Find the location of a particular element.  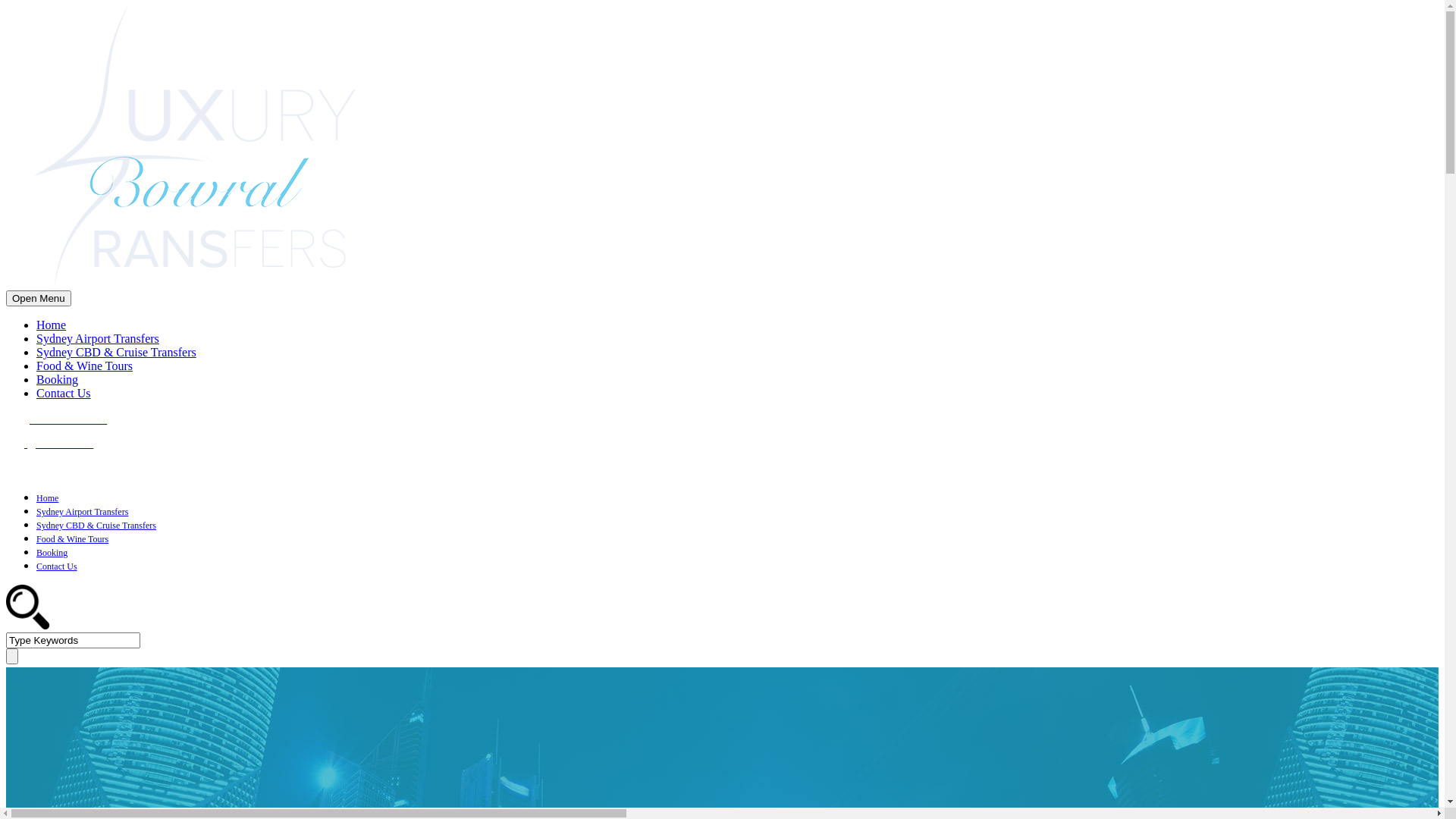

'Contact Us' is located at coordinates (36, 566).